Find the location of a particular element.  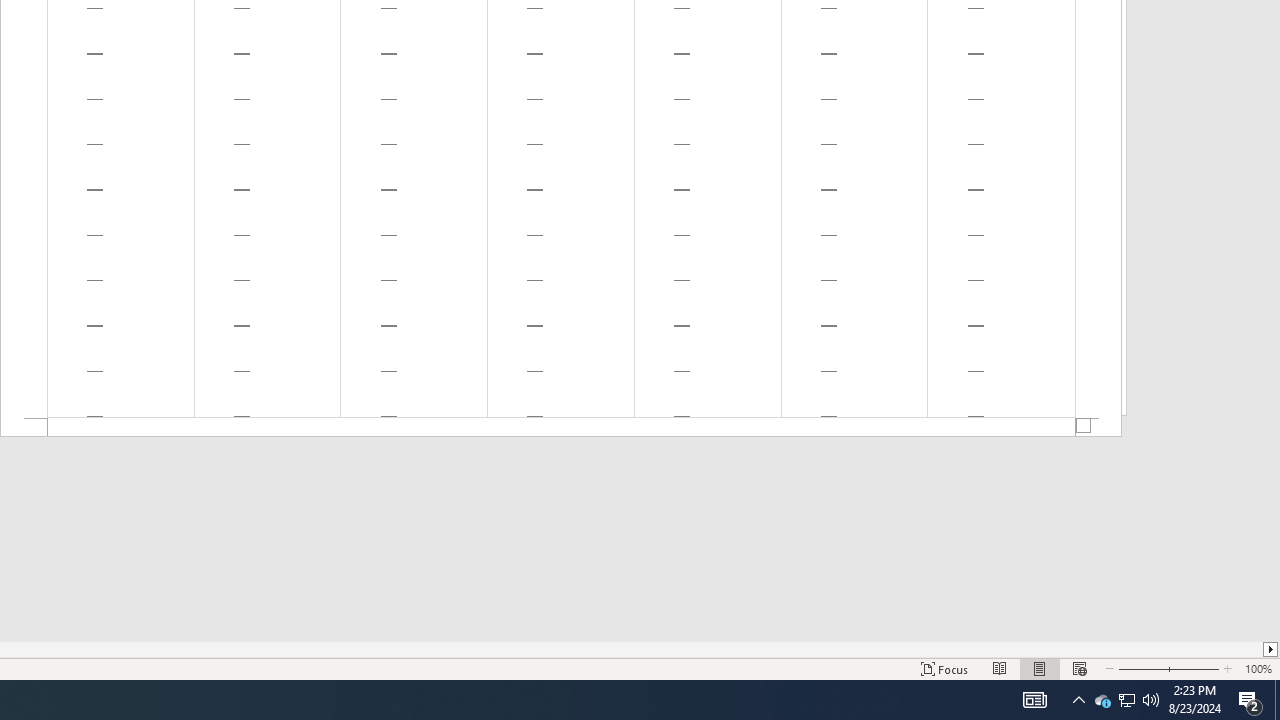

'Zoom Out' is located at coordinates (1143, 669).